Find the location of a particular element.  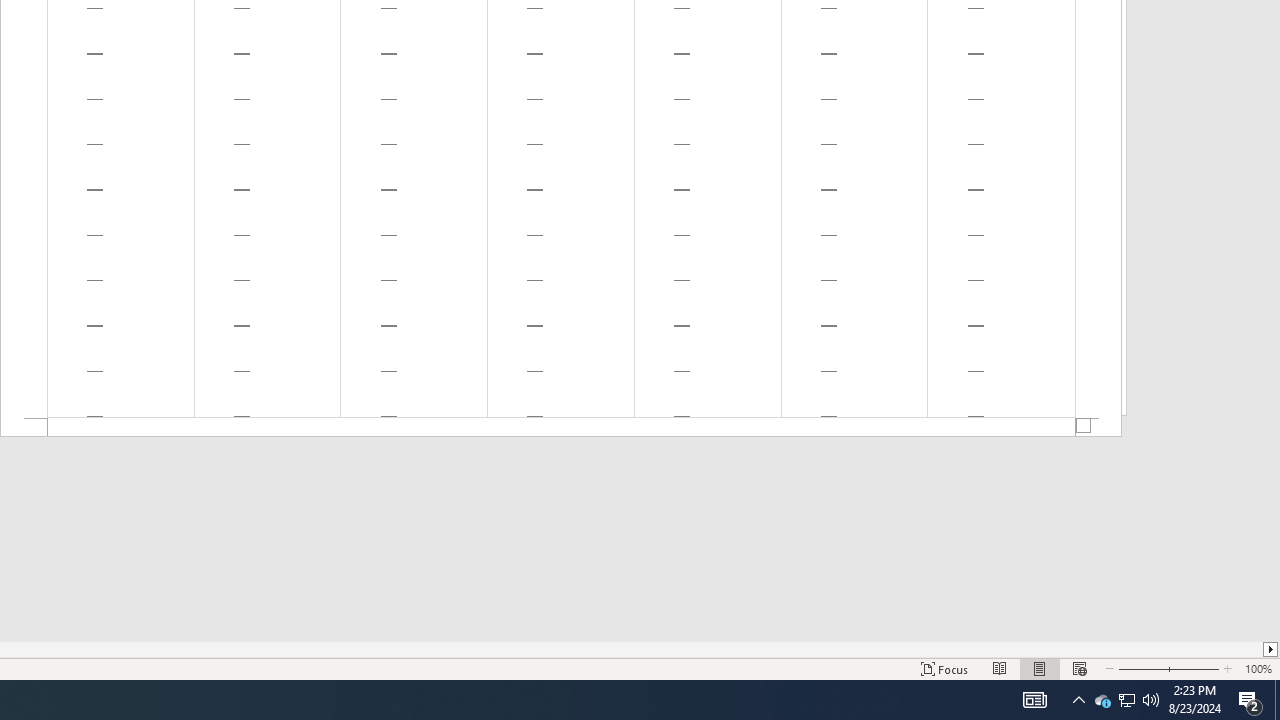

'Zoom Out' is located at coordinates (1143, 669).